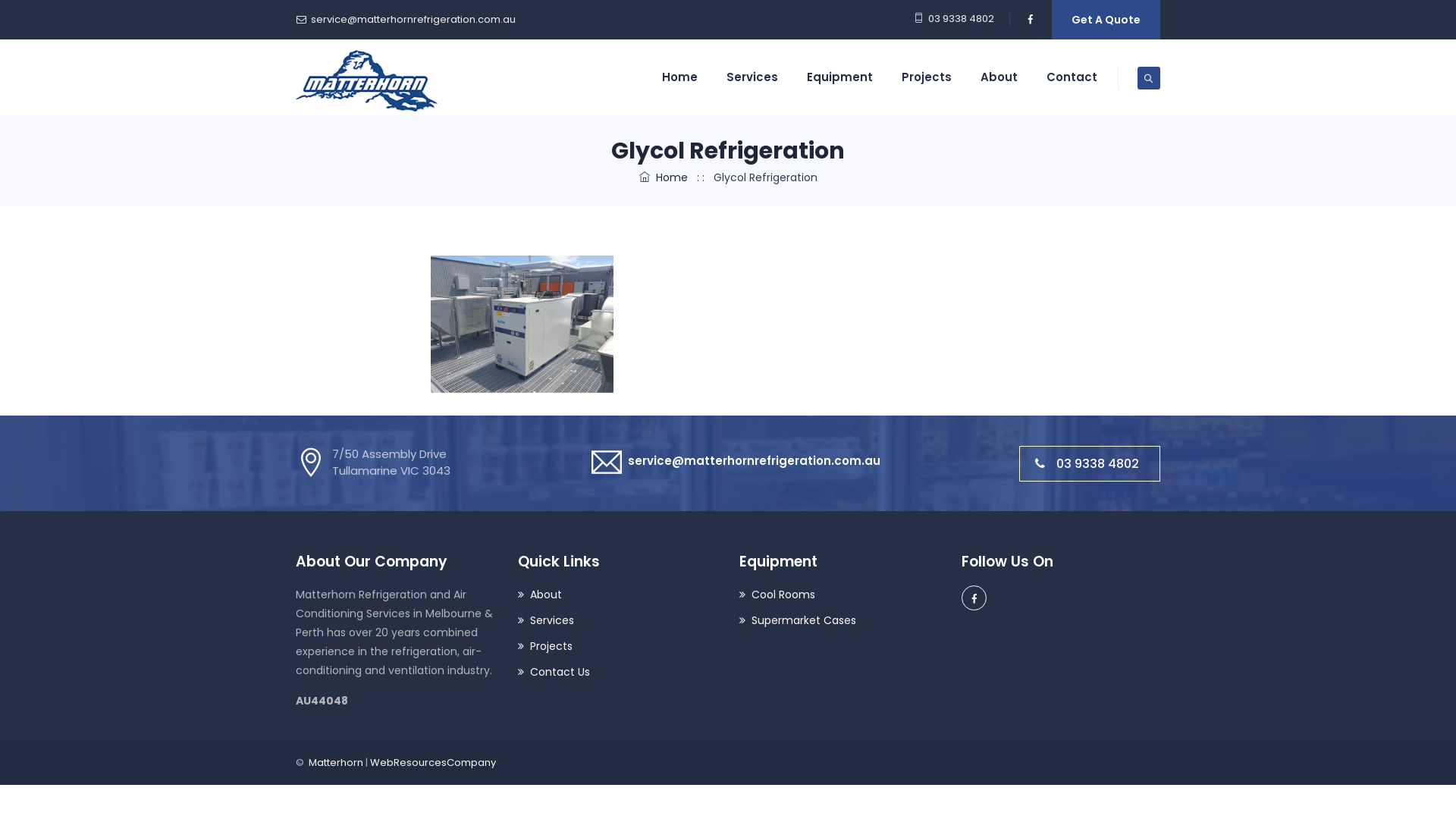 The width and height of the screenshot is (1456, 819). What do you see at coordinates (516, 646) in the screenshot?
I see `'Projects'` at bounding box center [516, 646].